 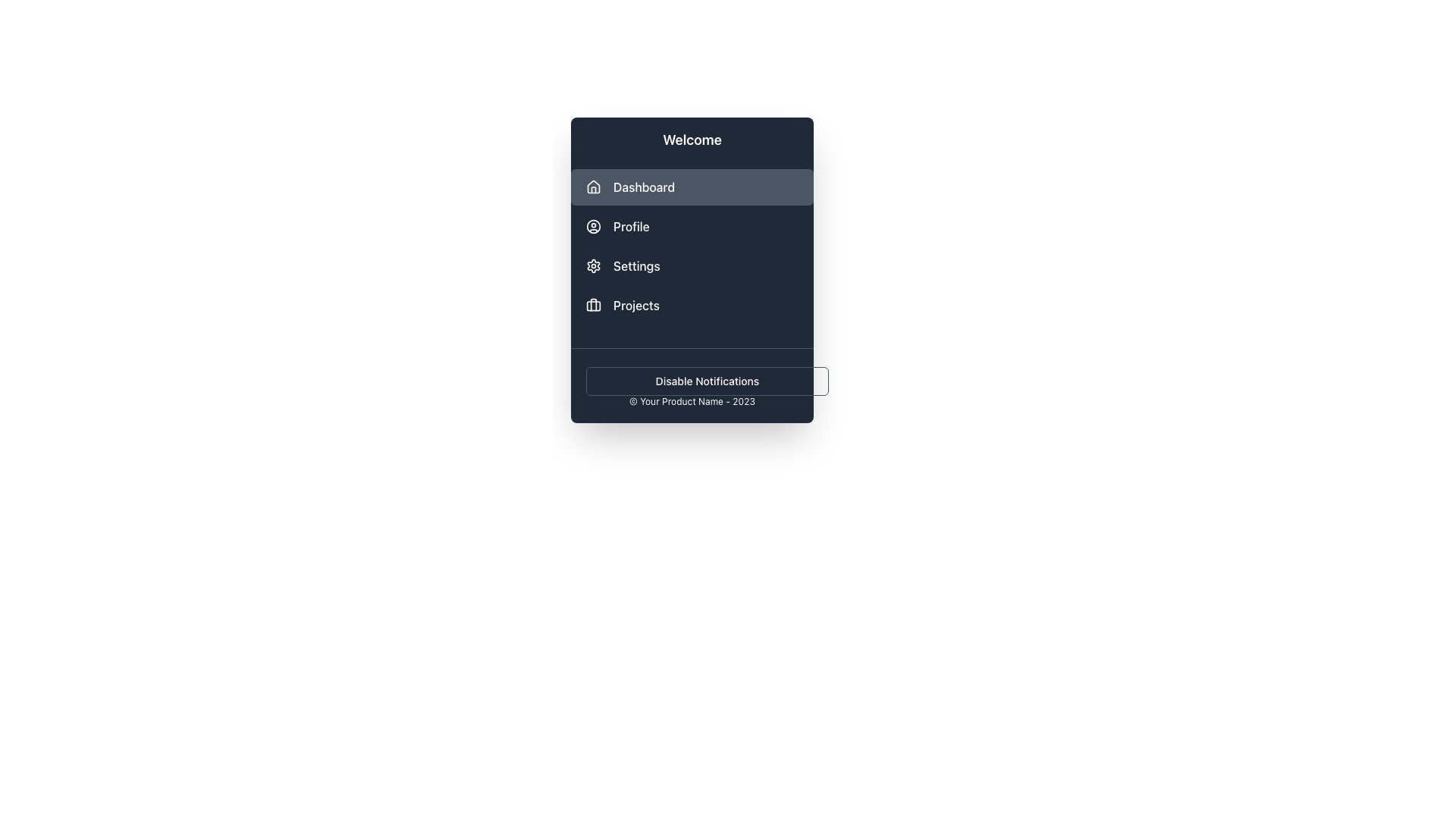 What do you see at coordinates (644, 186) in the screenshot?
I see `text label displaying 'Dashboard' which is light-colored and positioned to the right of a house icon in the vertical sidebar` at bounding box center [644, 186].